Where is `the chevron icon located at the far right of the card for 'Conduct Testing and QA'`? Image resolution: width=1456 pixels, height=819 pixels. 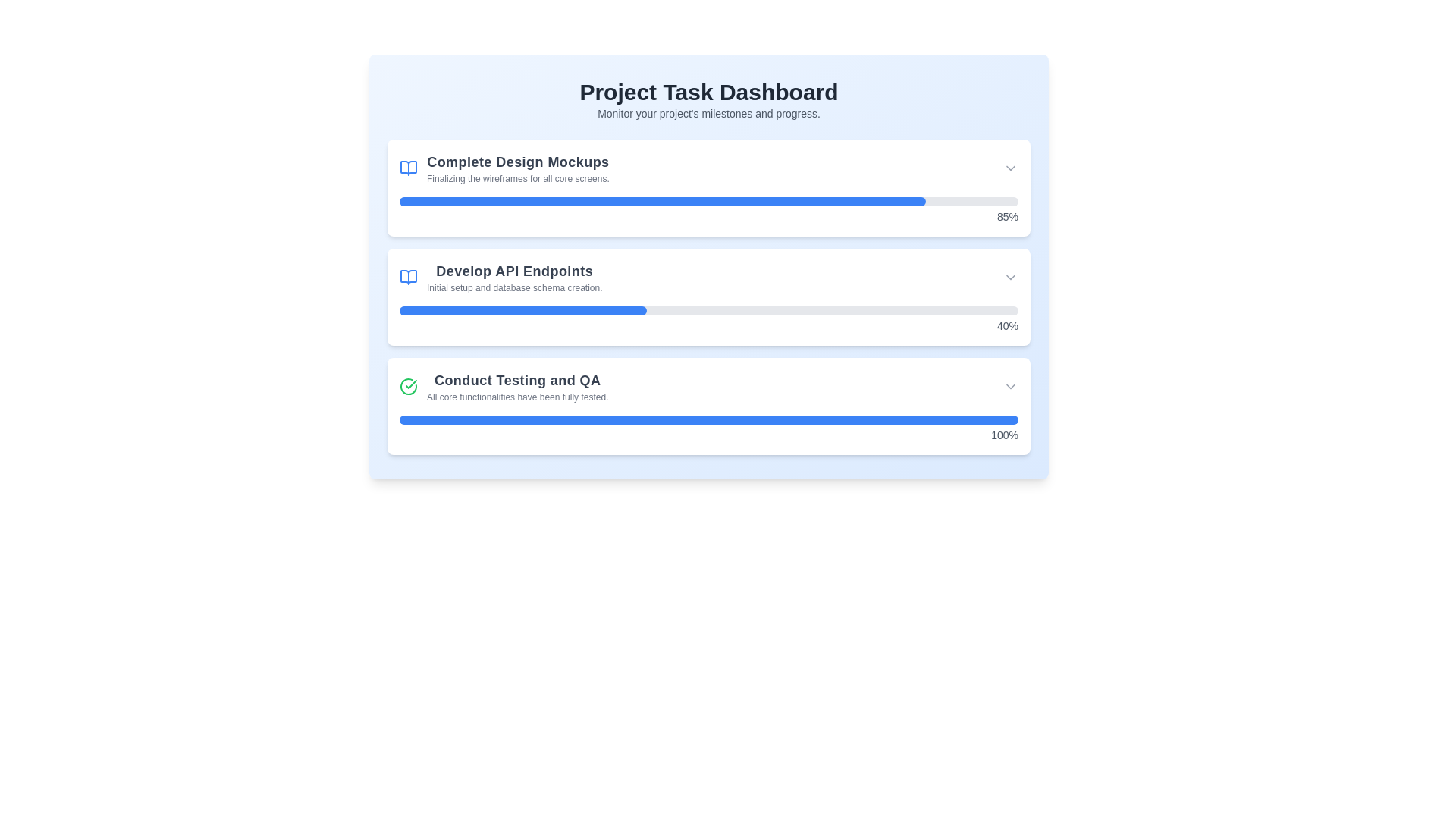
the chevron icon located at the far right of the card for 'Conduct Testing and QA' is located at coordinates (1011, 385).